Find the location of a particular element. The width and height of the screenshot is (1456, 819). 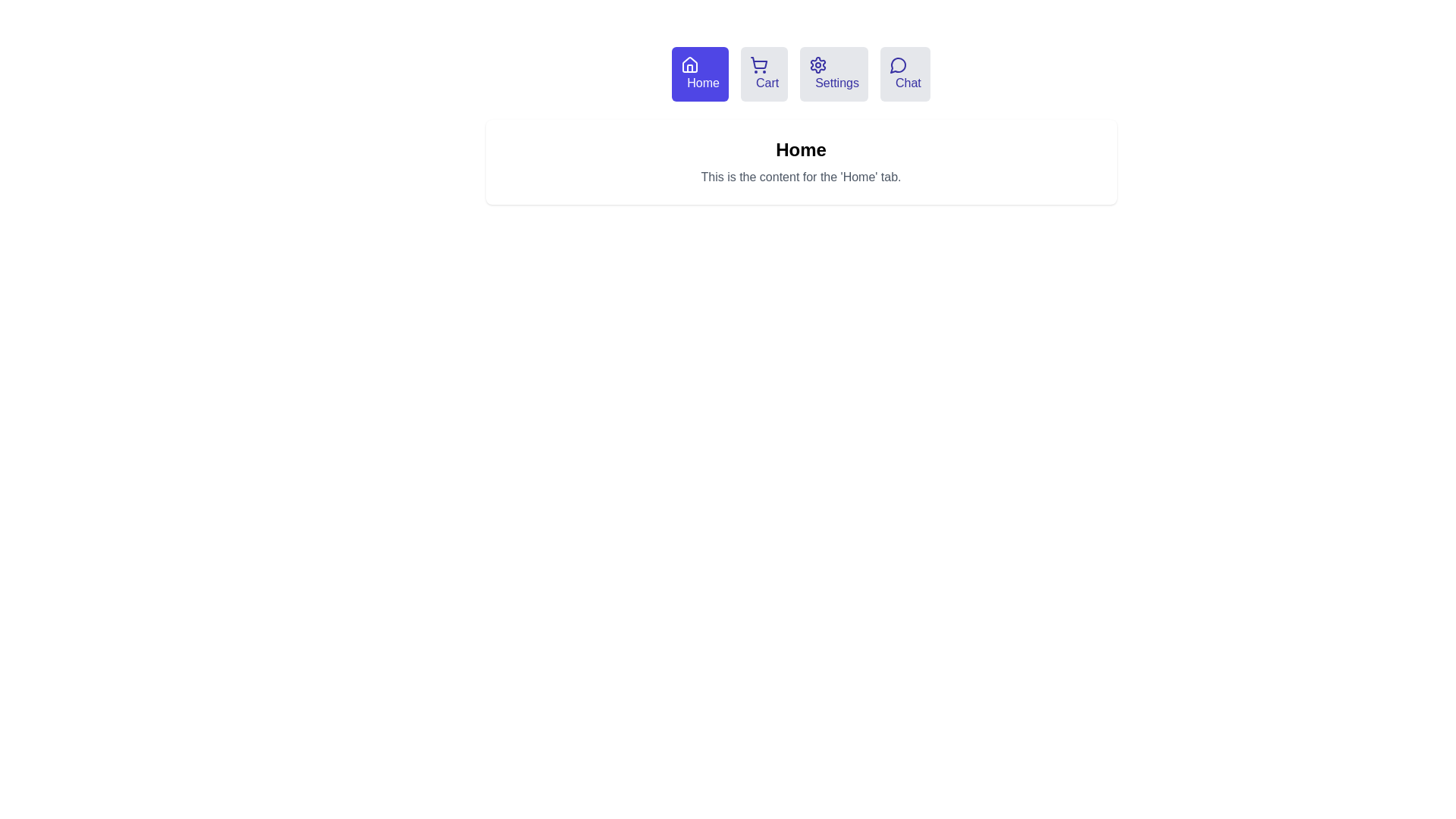

the tab labeled Settings is located at coordinates (833, 74).